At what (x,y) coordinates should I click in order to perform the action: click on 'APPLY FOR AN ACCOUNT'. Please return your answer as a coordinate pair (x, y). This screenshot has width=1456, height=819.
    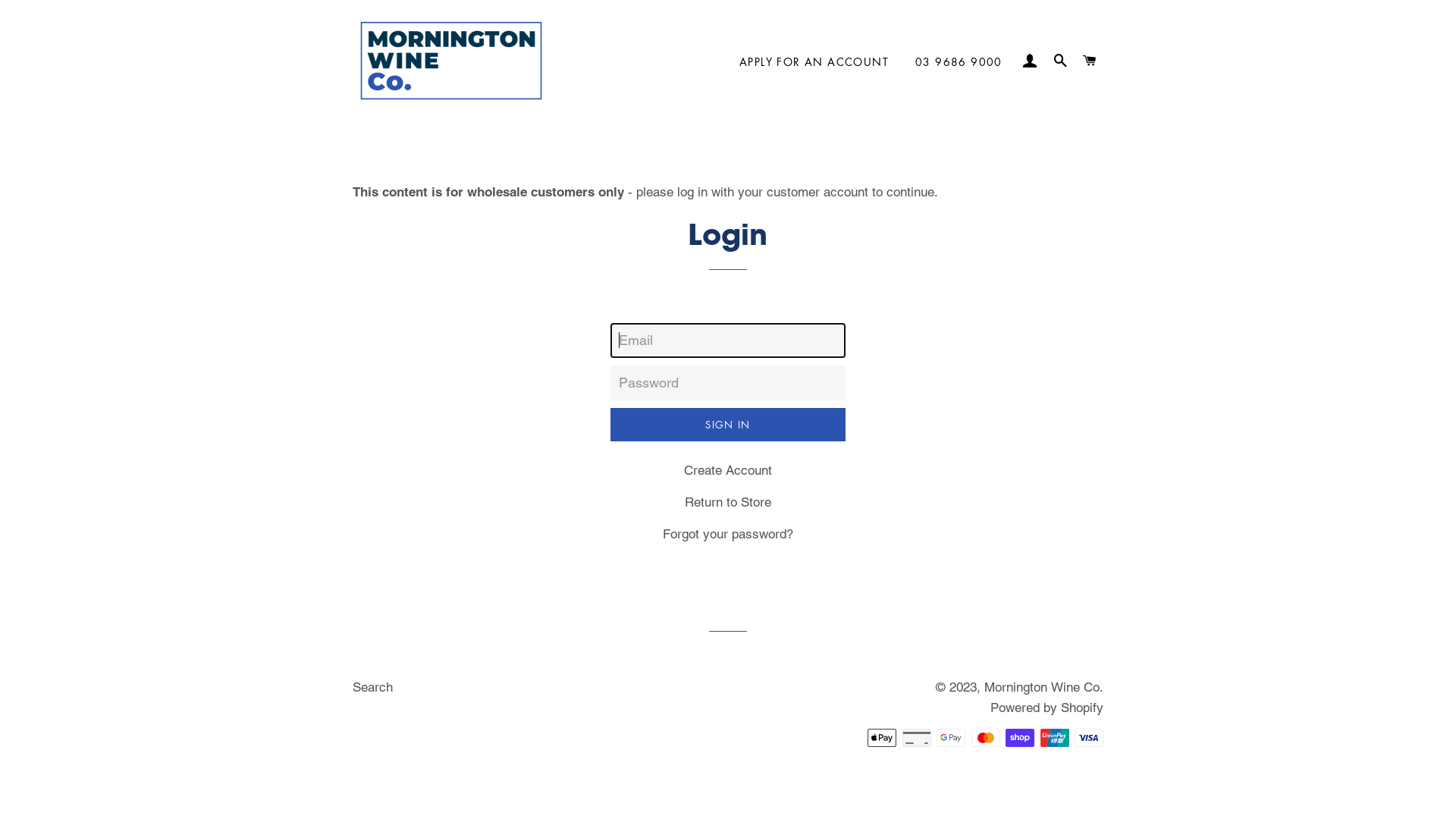
    Looking at the image, I should click on (728, 61).